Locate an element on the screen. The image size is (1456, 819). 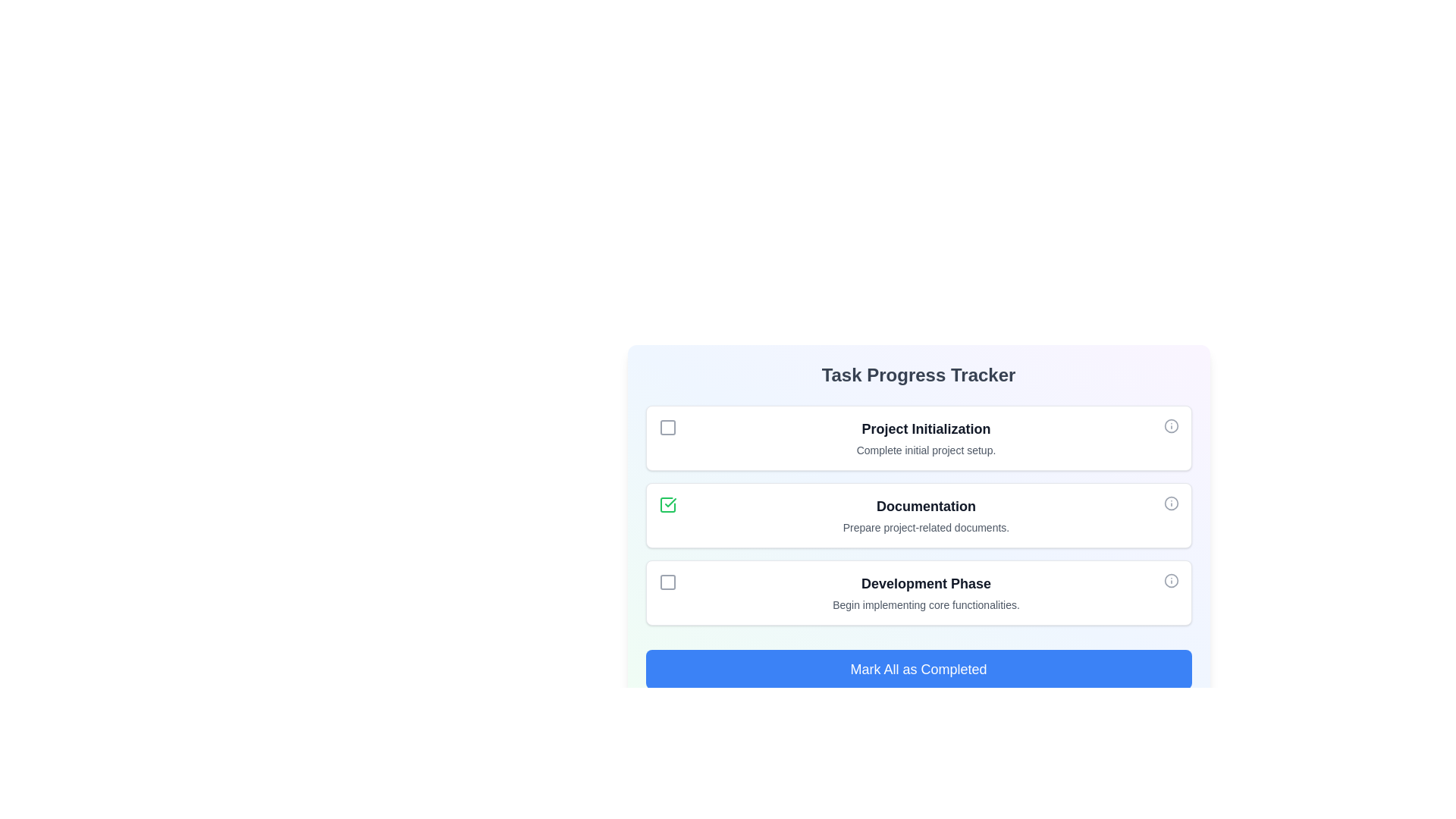
task name and description from the second subsection of the task progress tracker, which includes a checkbox for marking completion, located between 'Project Initialization' and 'Development Phase' is located at coordinates (918, 514).